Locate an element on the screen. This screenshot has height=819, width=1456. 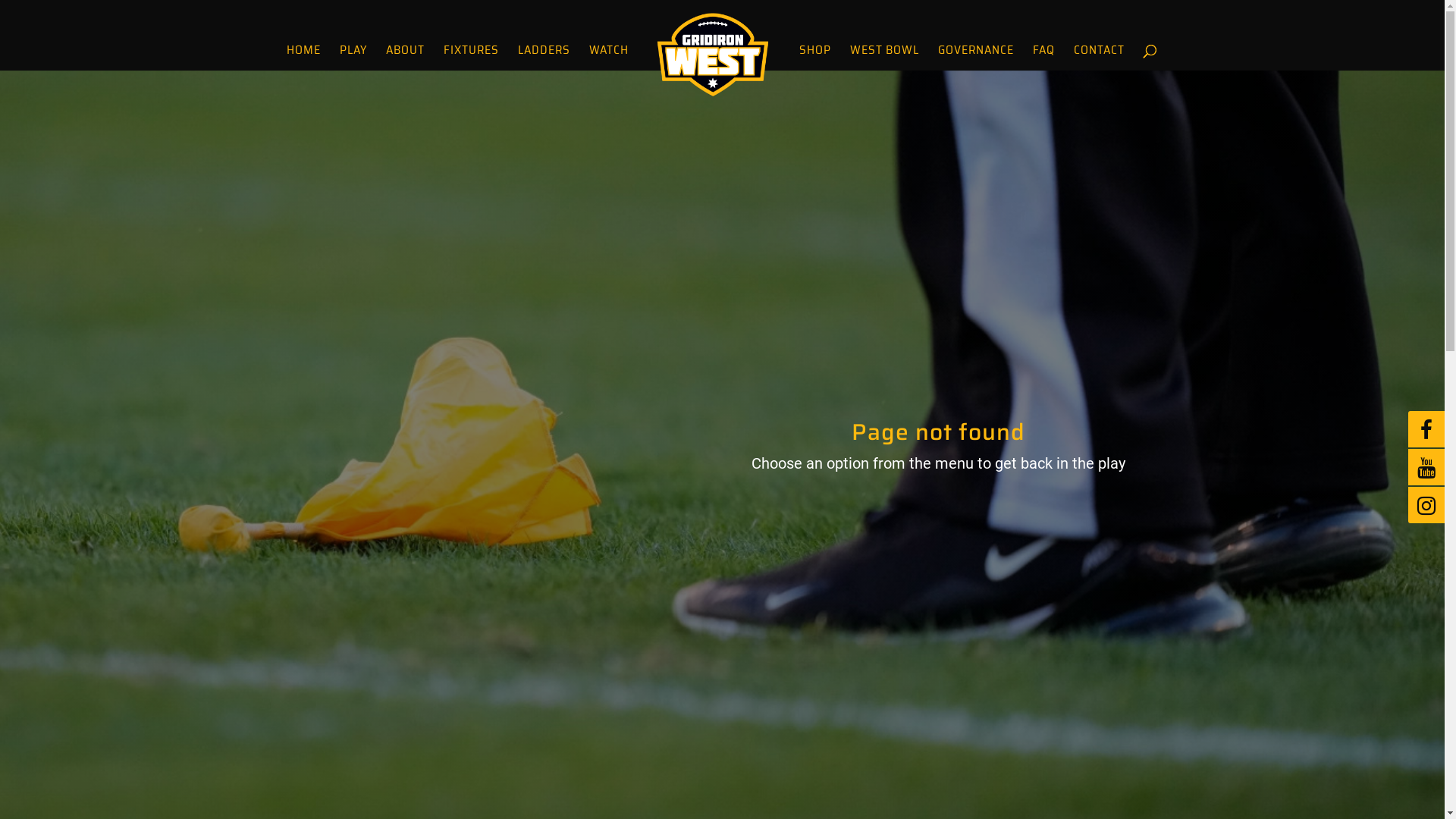
'FAQ' is located at coordinates (1043, 57).